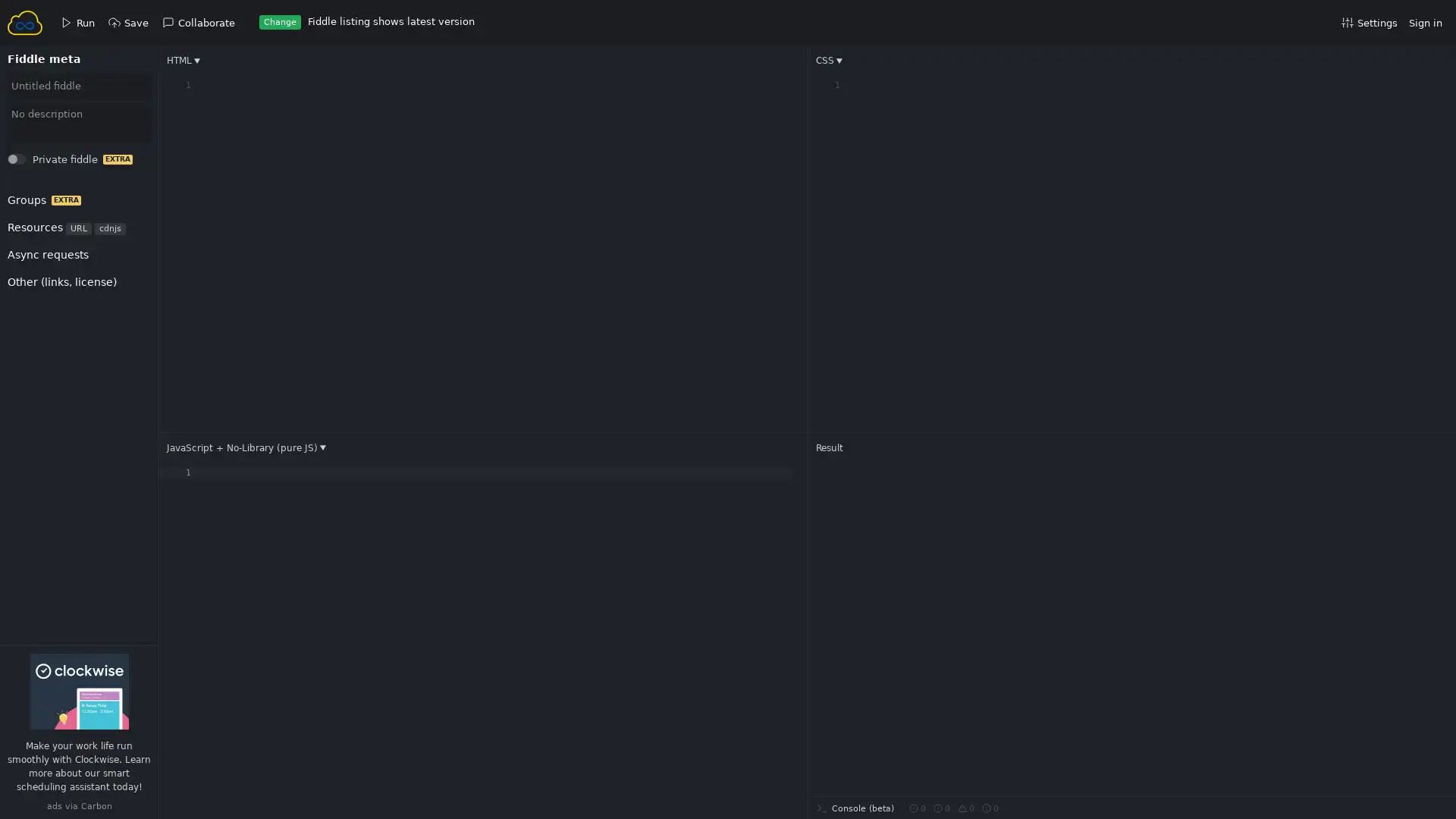 This screenshot has width=1456, height=819. I want to click on Fork, so click(31, 163).